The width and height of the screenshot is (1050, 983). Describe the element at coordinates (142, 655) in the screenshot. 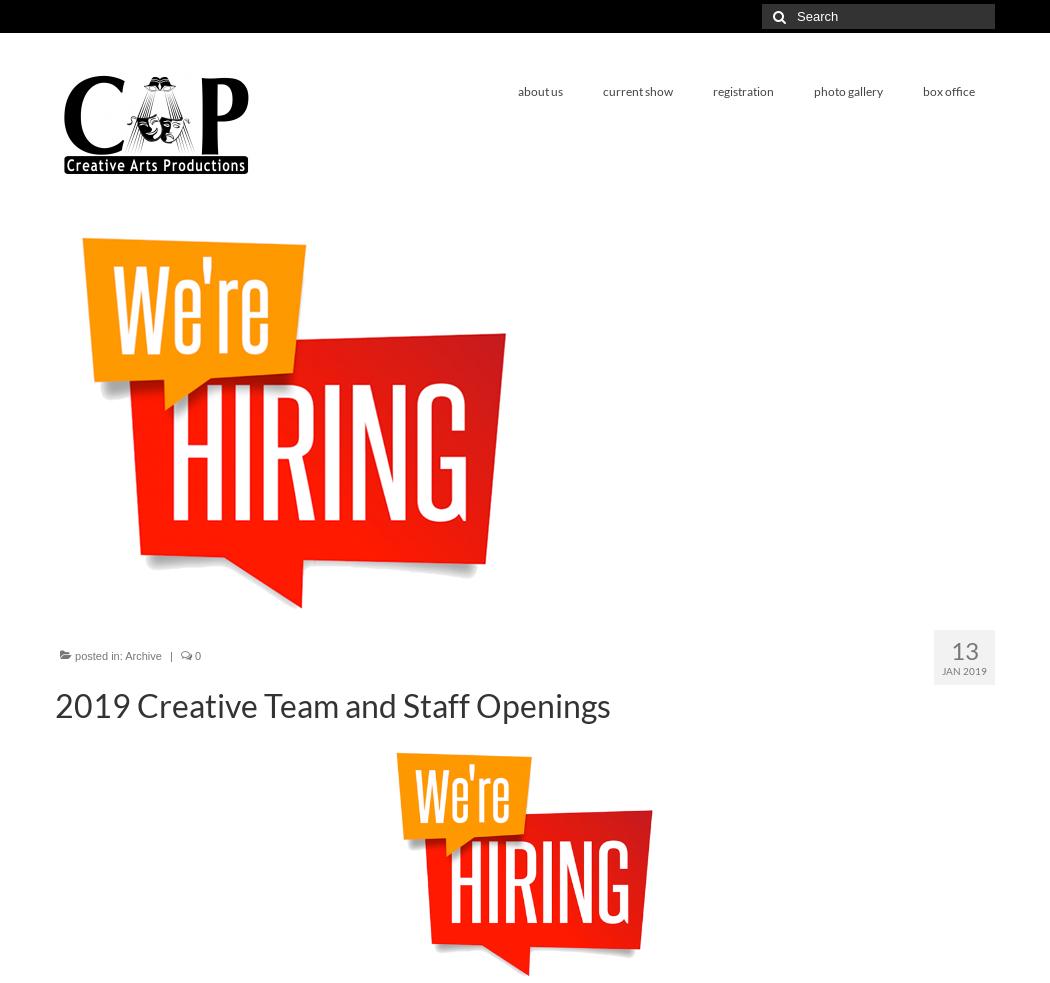

I see `'Archive'` at that location.